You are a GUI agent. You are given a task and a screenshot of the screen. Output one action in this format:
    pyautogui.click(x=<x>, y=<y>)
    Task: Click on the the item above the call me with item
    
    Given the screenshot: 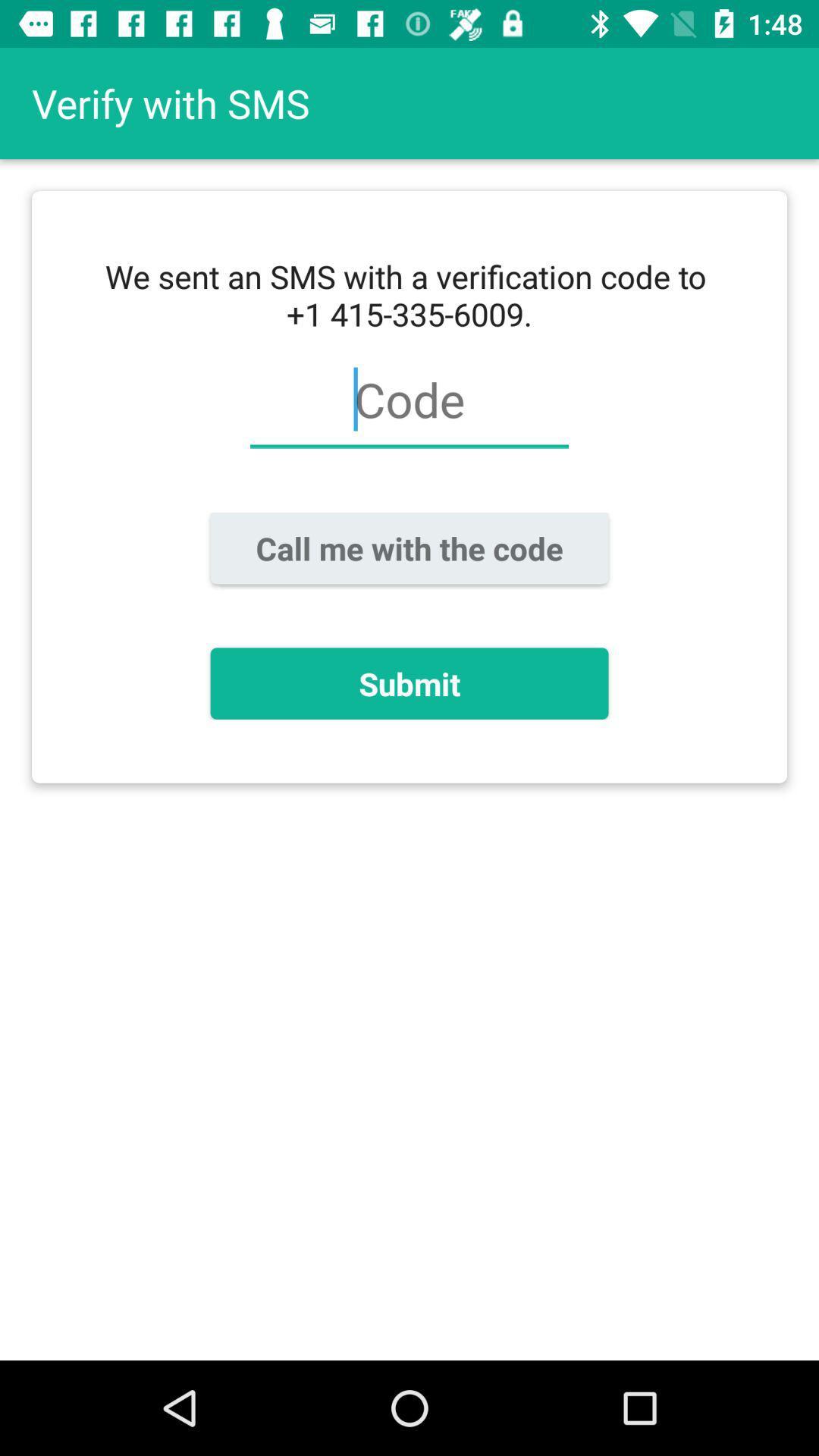 What is the action you would take?
    pyautogui.click(x=409, y=408)
    